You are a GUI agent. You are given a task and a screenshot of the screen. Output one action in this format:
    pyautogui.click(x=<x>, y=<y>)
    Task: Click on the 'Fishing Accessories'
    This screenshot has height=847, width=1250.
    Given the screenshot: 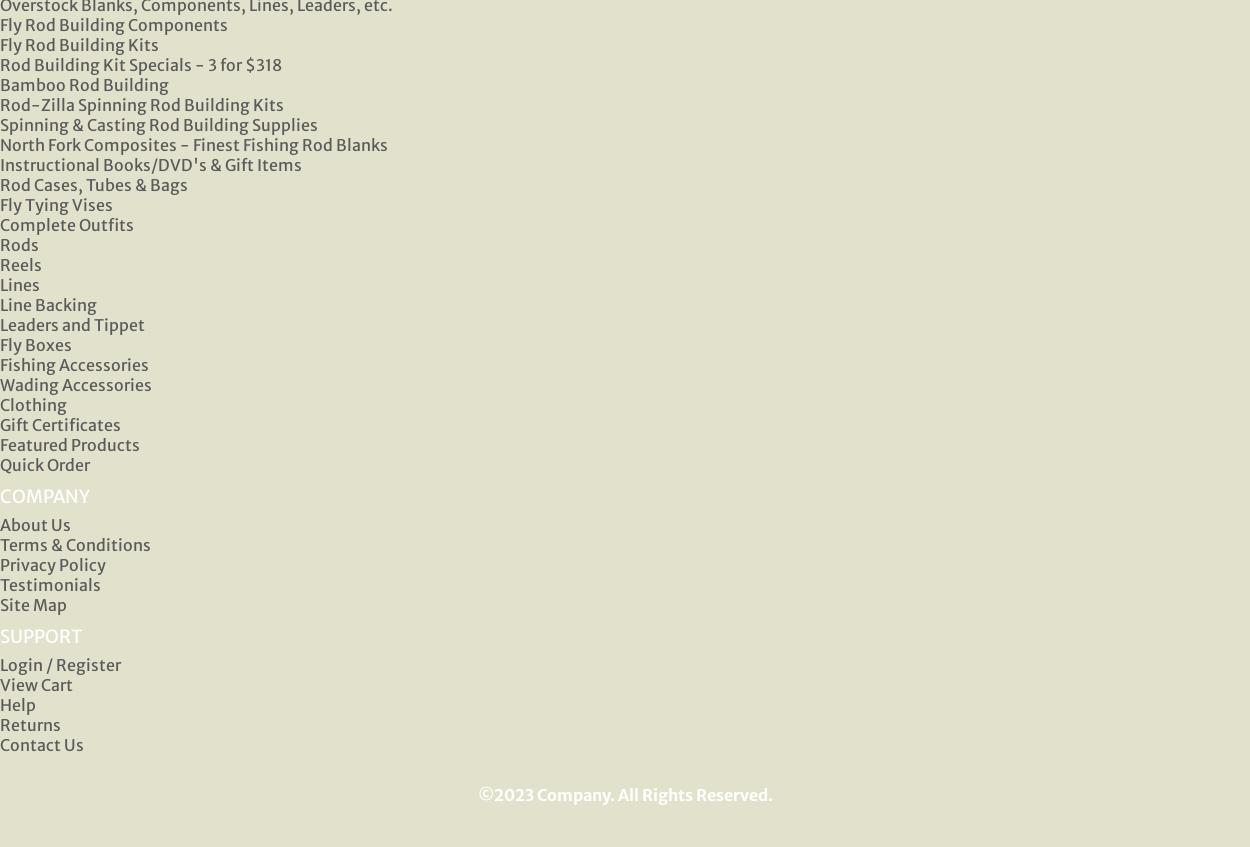 What is the action you would take?
    pyautogui.click(x=73, y=363)
    